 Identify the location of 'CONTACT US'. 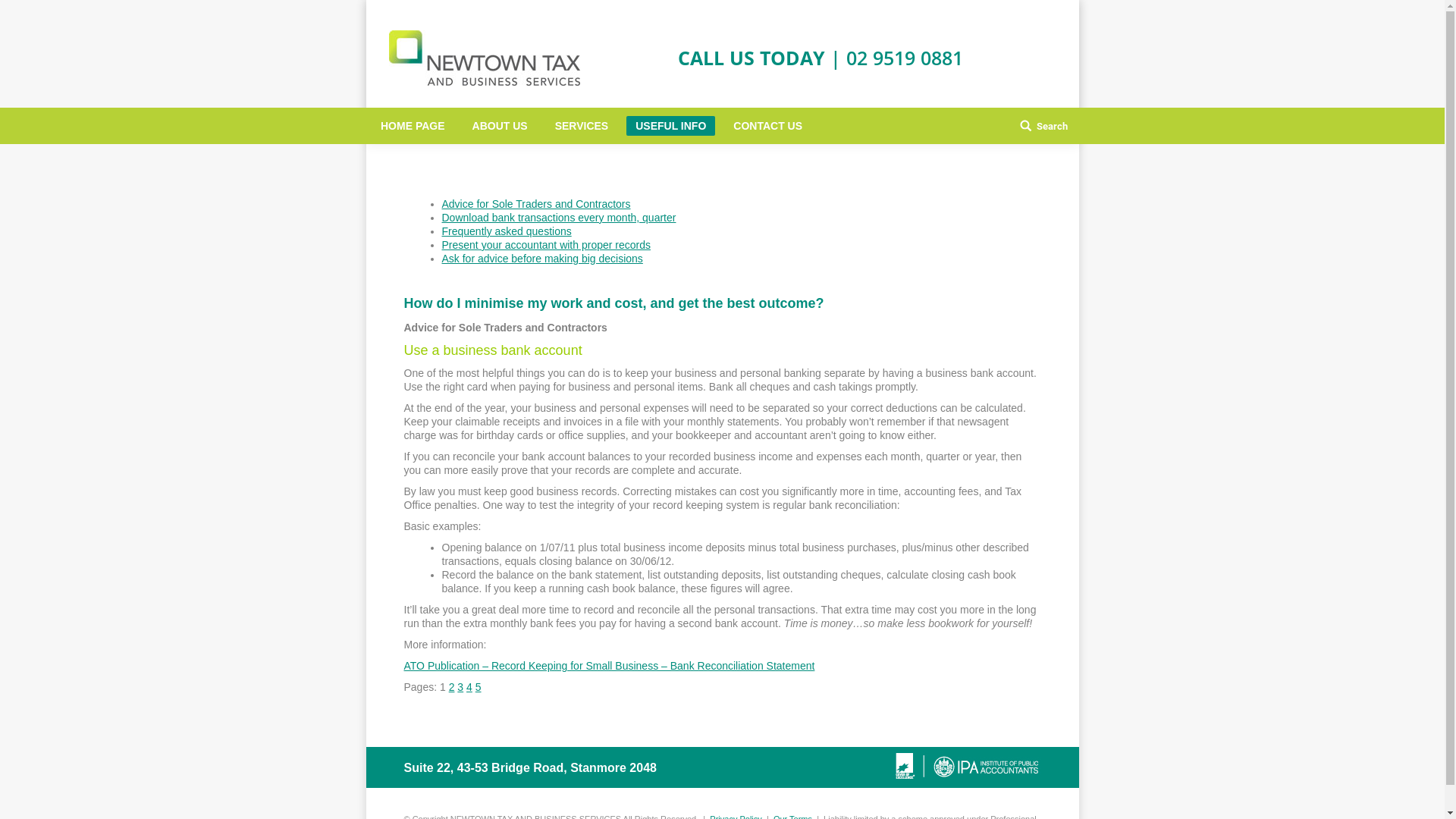
(767, 124).